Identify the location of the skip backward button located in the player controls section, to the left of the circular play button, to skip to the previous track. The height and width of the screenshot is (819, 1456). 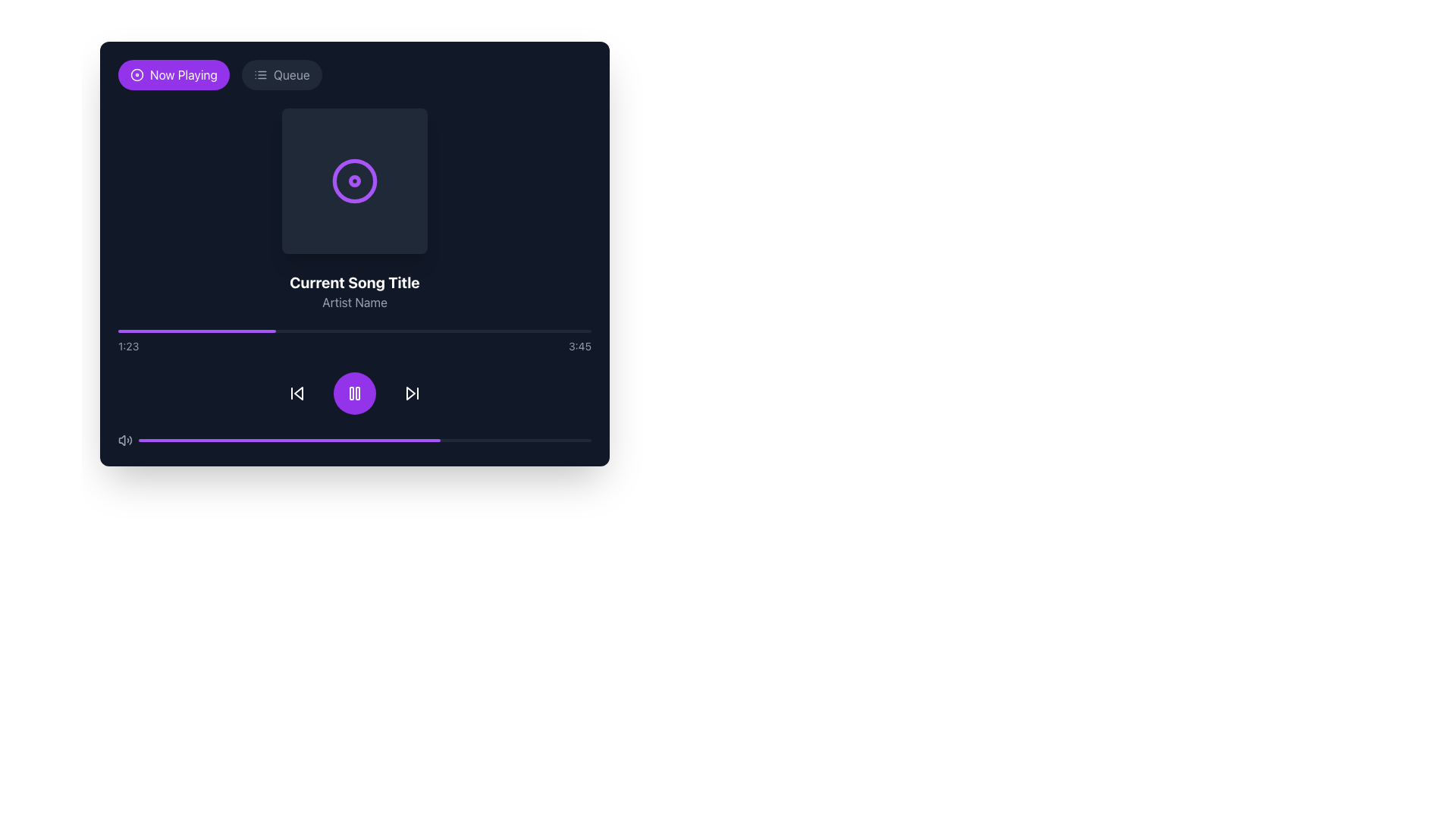
(297, 393).